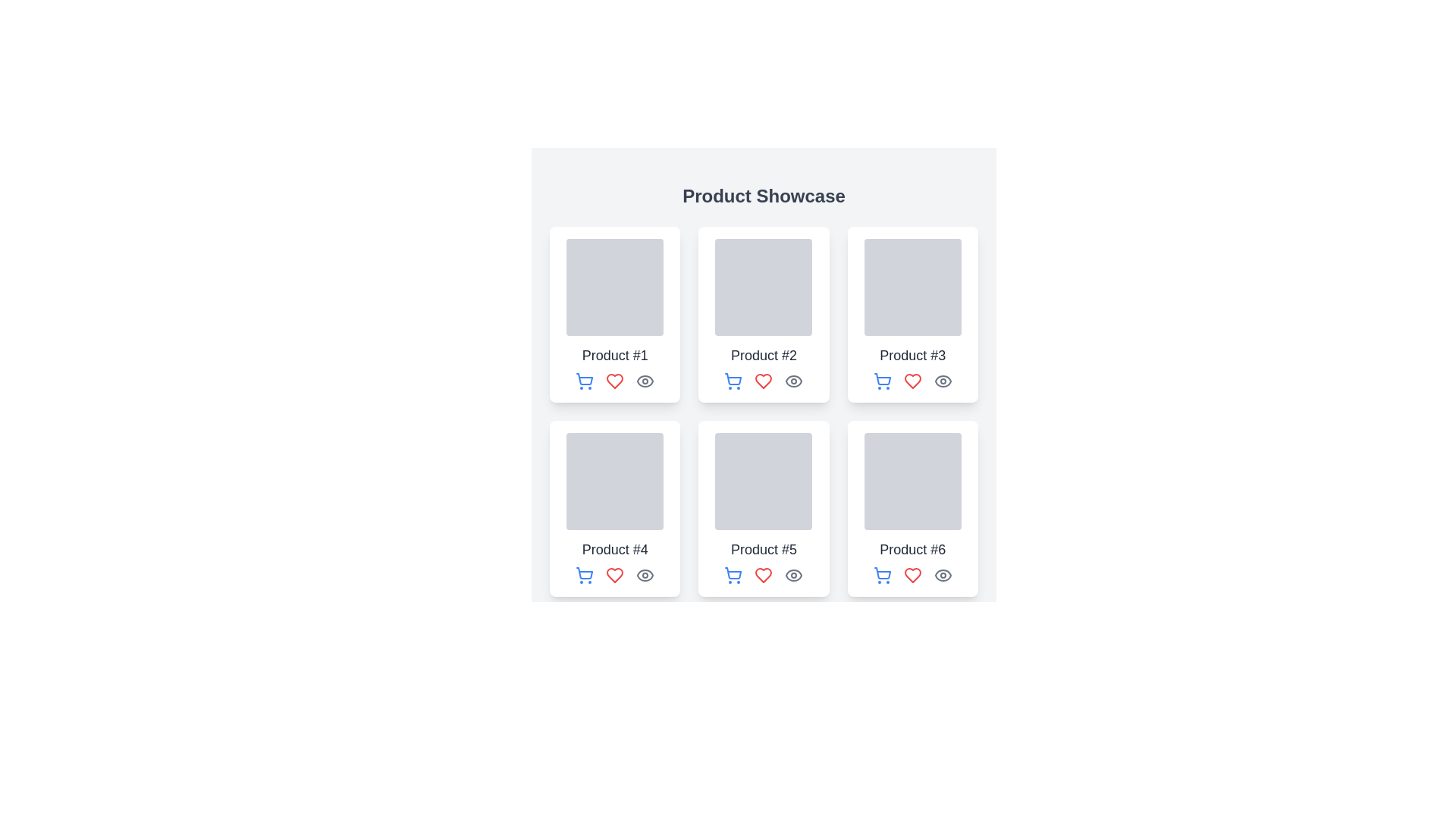 The width and height of the screenshot is (1456, 819). I want to click on the shopping cart icon, which is the first icon in a group of three below 'Product #2', so click(733, 380).